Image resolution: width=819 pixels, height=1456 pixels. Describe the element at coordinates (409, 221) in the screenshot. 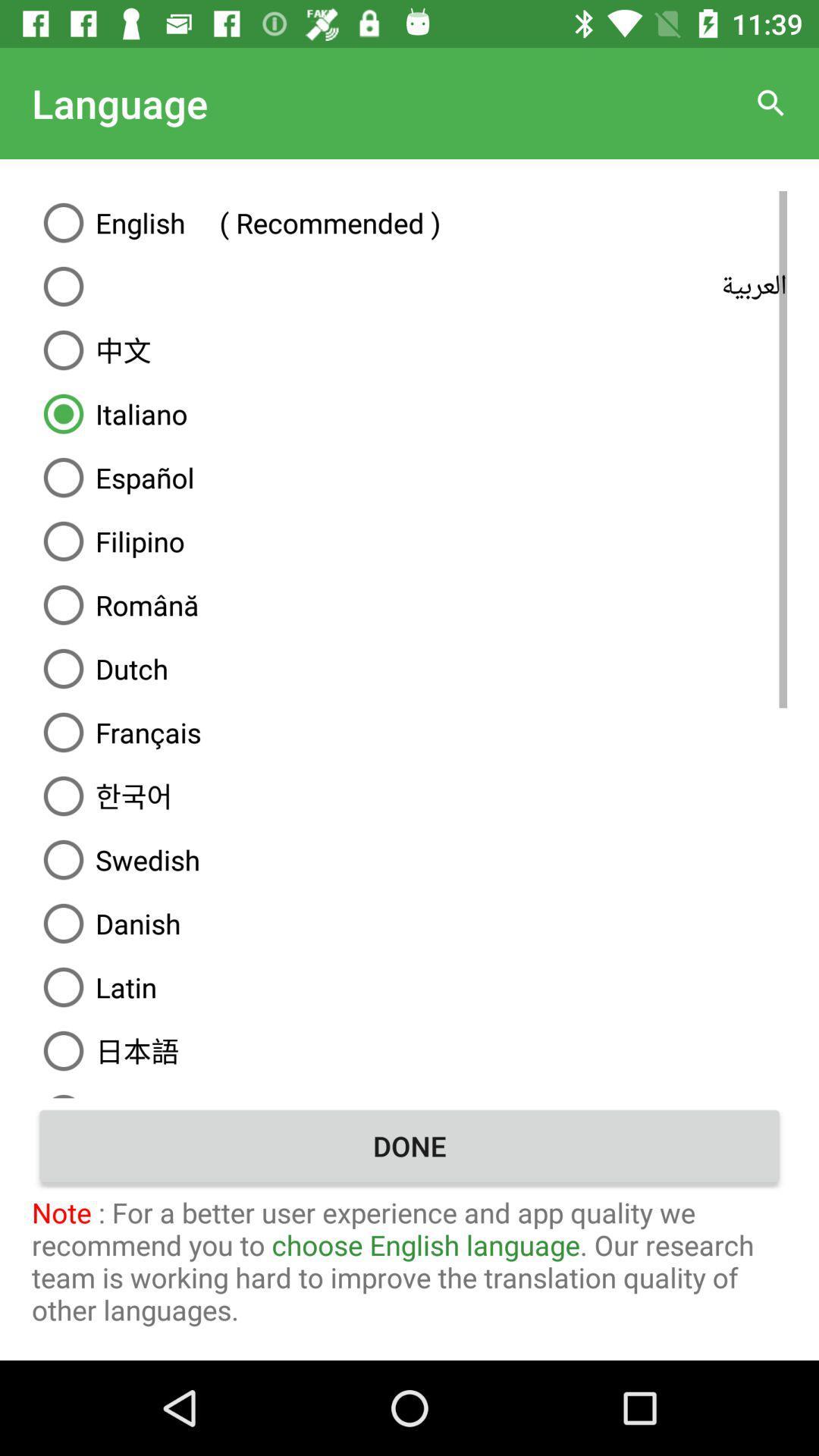

I see `english     ( recommended )` at that location.